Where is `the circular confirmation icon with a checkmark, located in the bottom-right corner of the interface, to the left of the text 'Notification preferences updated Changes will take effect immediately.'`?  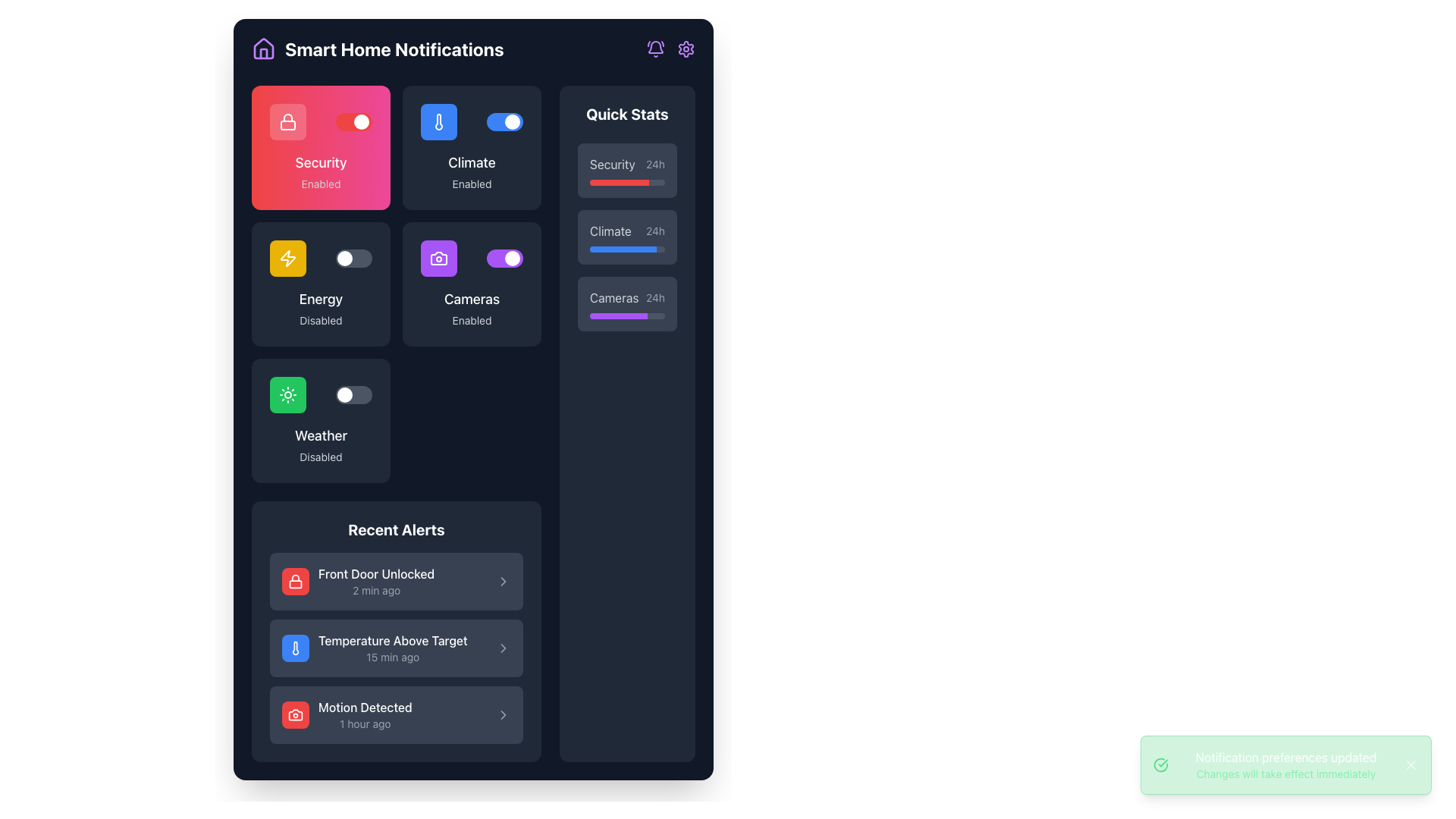
the circular confirmation icon with a checkmark, located in the bottom-right corner of the interface, to the left of the text 'Notification preferences updated Changes will take effect immediately.' is located at coordinates (1160, 765).